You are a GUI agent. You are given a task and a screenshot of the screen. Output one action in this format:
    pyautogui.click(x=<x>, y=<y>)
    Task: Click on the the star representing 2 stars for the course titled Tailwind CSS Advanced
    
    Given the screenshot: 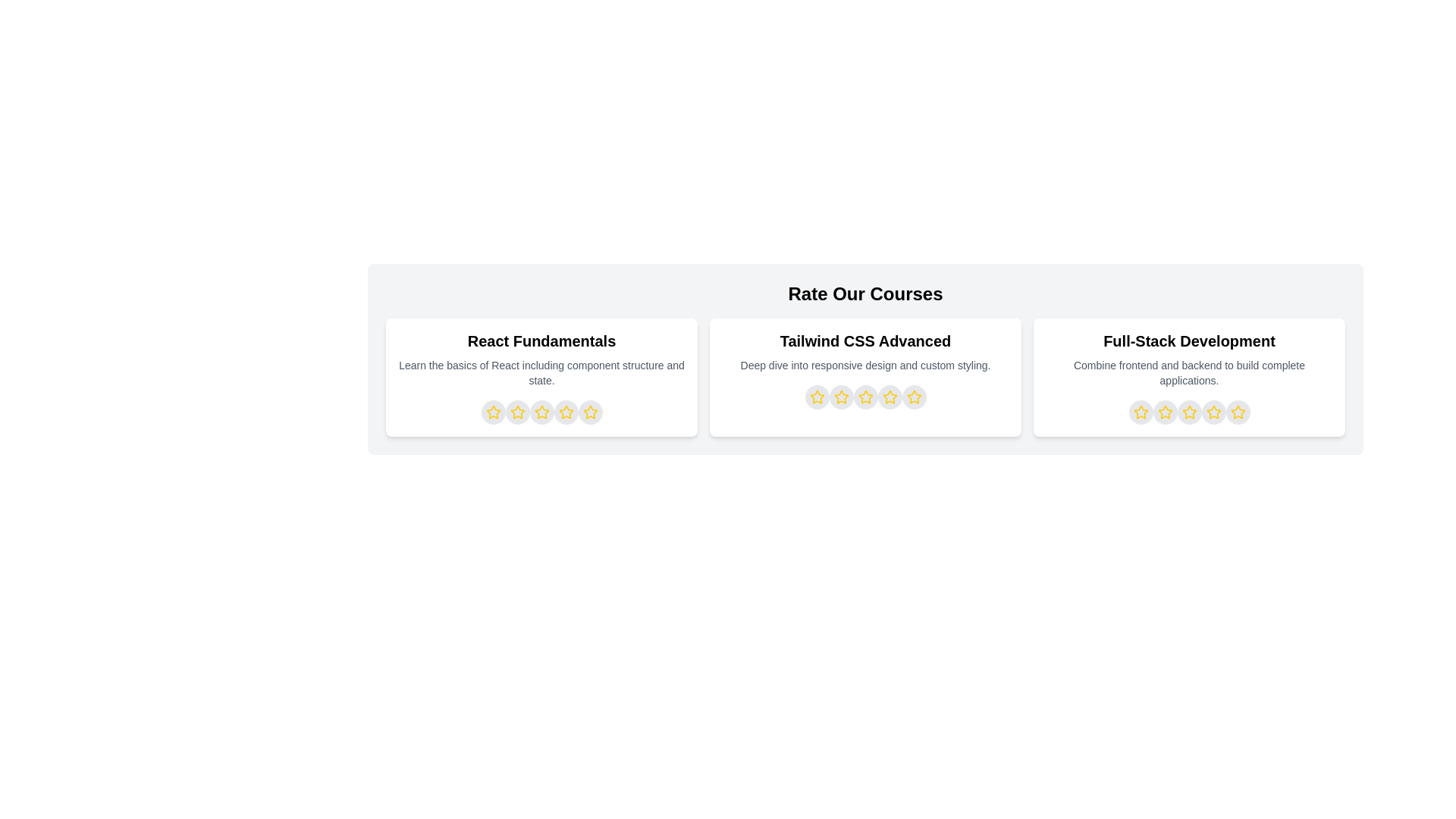 What is the action you would take?
    pyautogui.click(x=840, y=397)
    